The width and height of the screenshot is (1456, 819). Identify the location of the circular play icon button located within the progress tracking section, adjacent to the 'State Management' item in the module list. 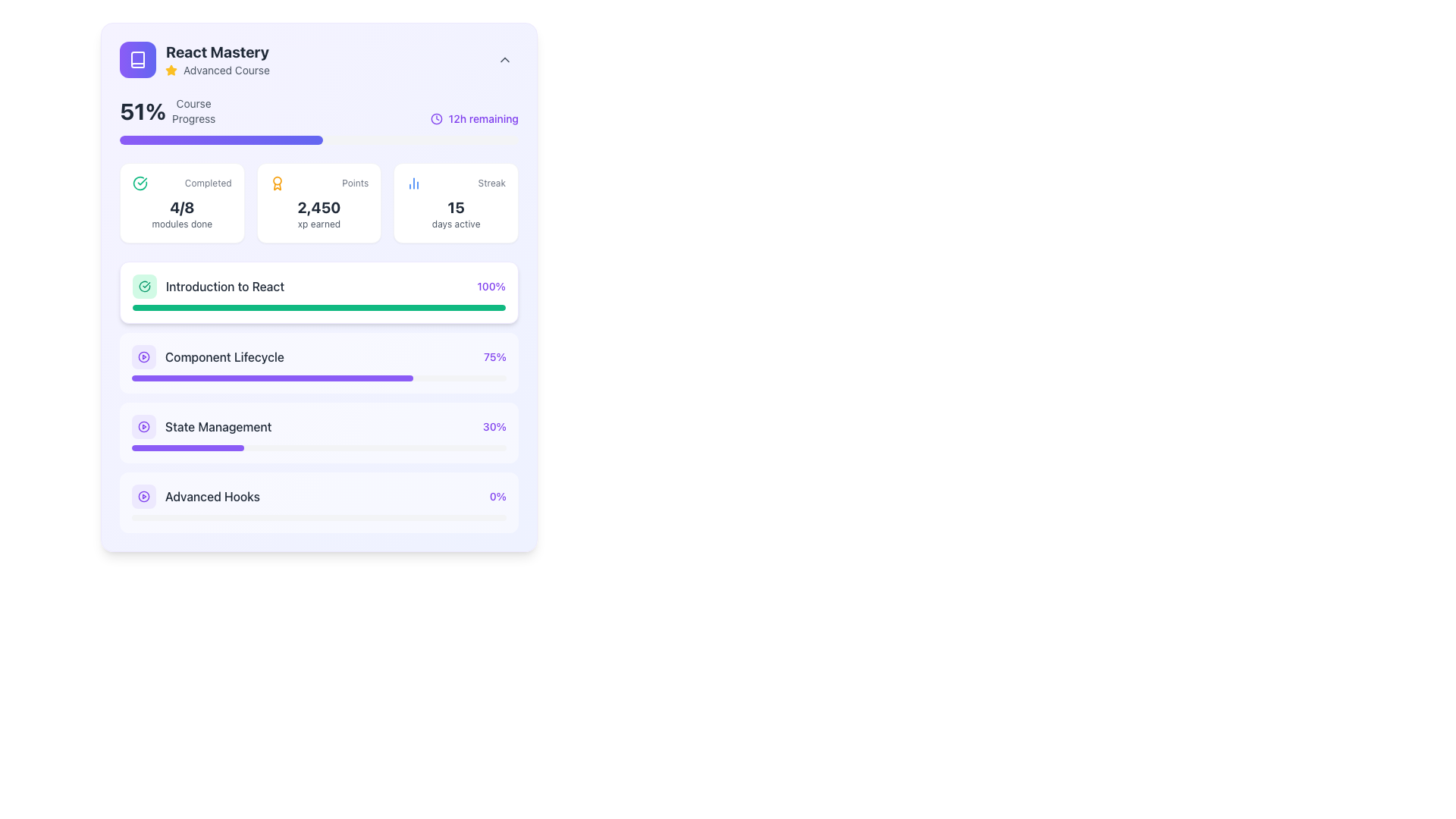
(144, 356).